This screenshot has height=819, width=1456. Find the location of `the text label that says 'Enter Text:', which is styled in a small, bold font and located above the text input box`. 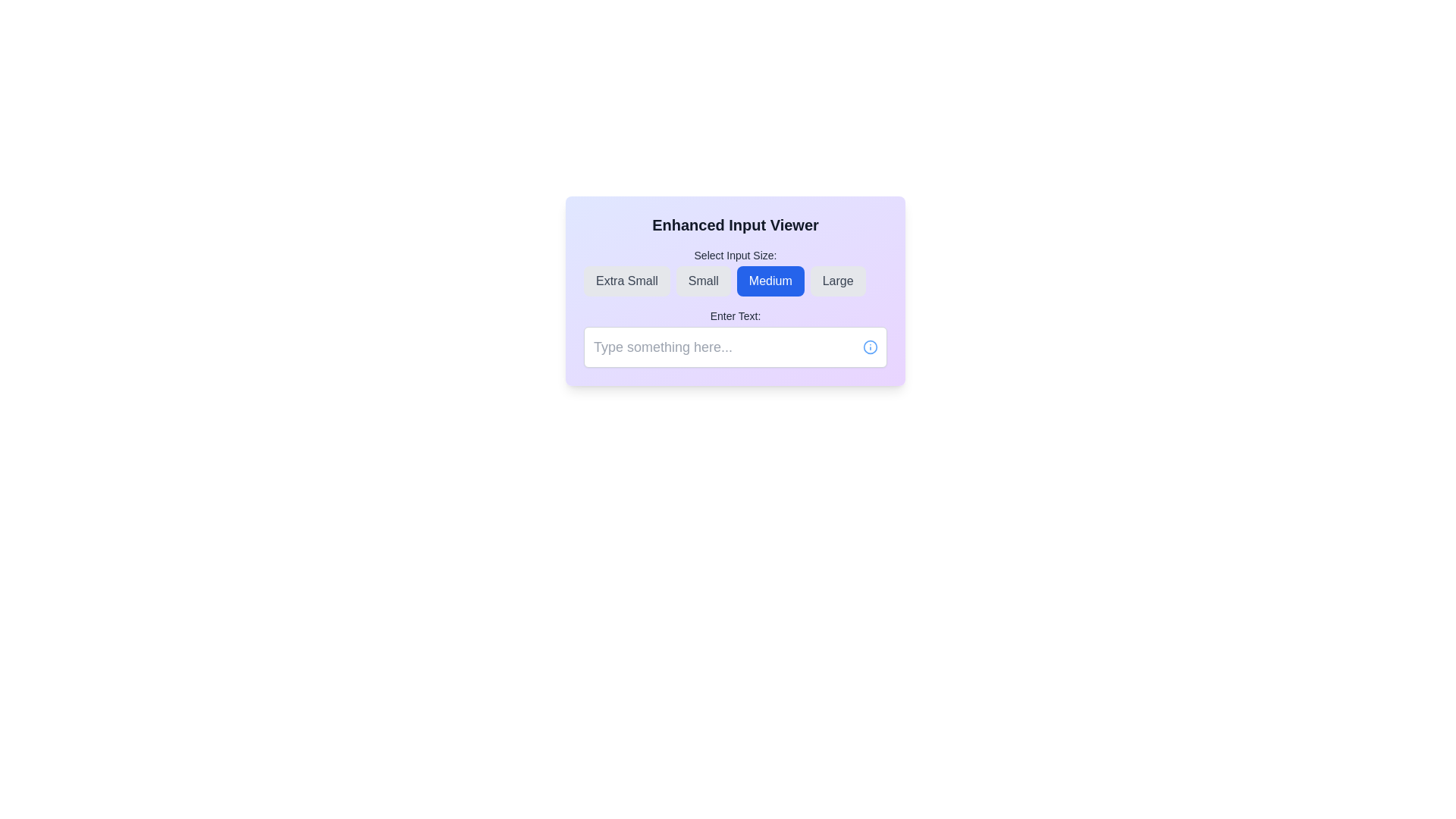

the text label that says 'Enter Text:', which is styled in a small, bold font and located above the text input box is located at coordinates (735, 315).